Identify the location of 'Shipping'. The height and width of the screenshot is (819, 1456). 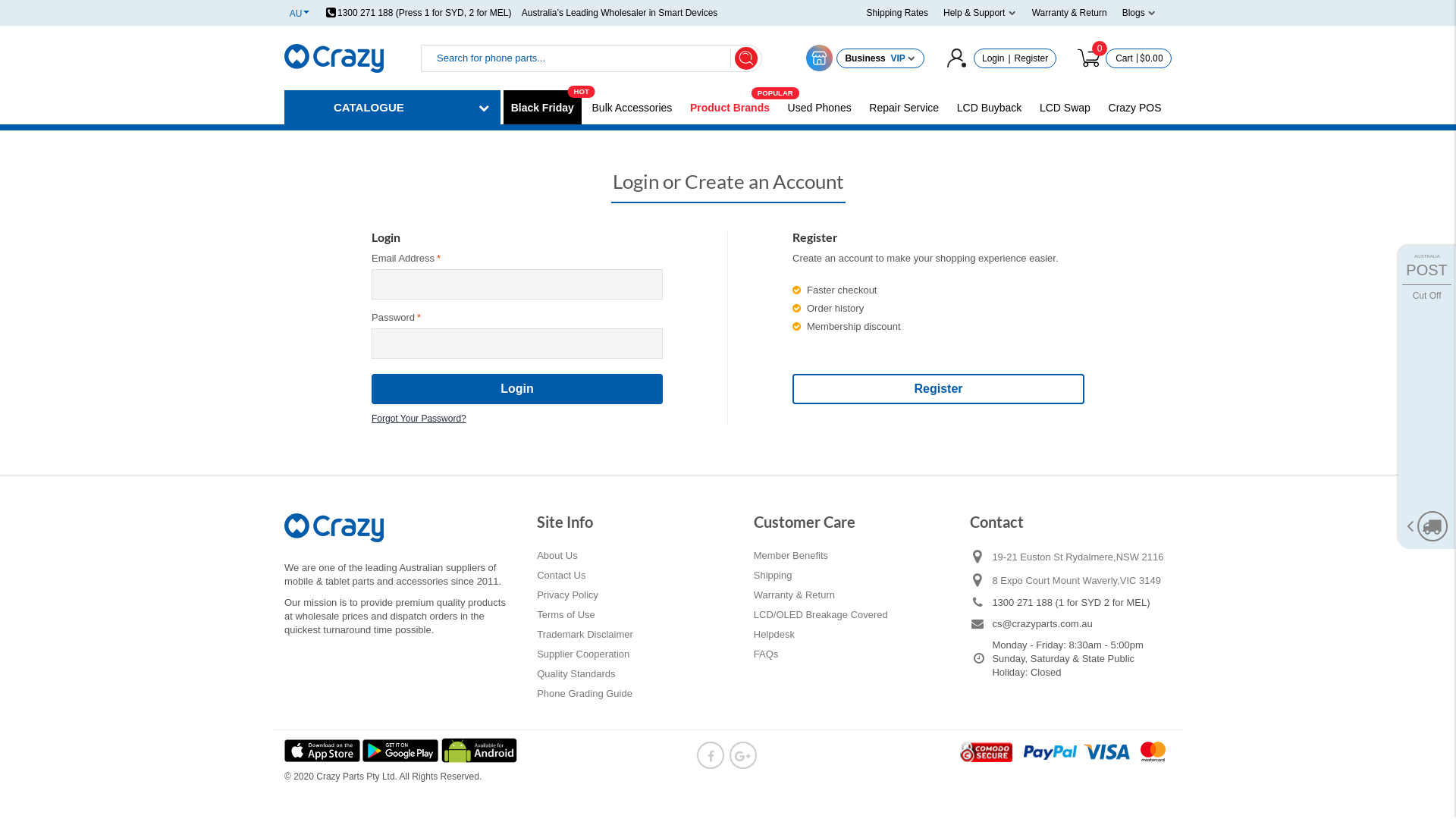
(773, 576).